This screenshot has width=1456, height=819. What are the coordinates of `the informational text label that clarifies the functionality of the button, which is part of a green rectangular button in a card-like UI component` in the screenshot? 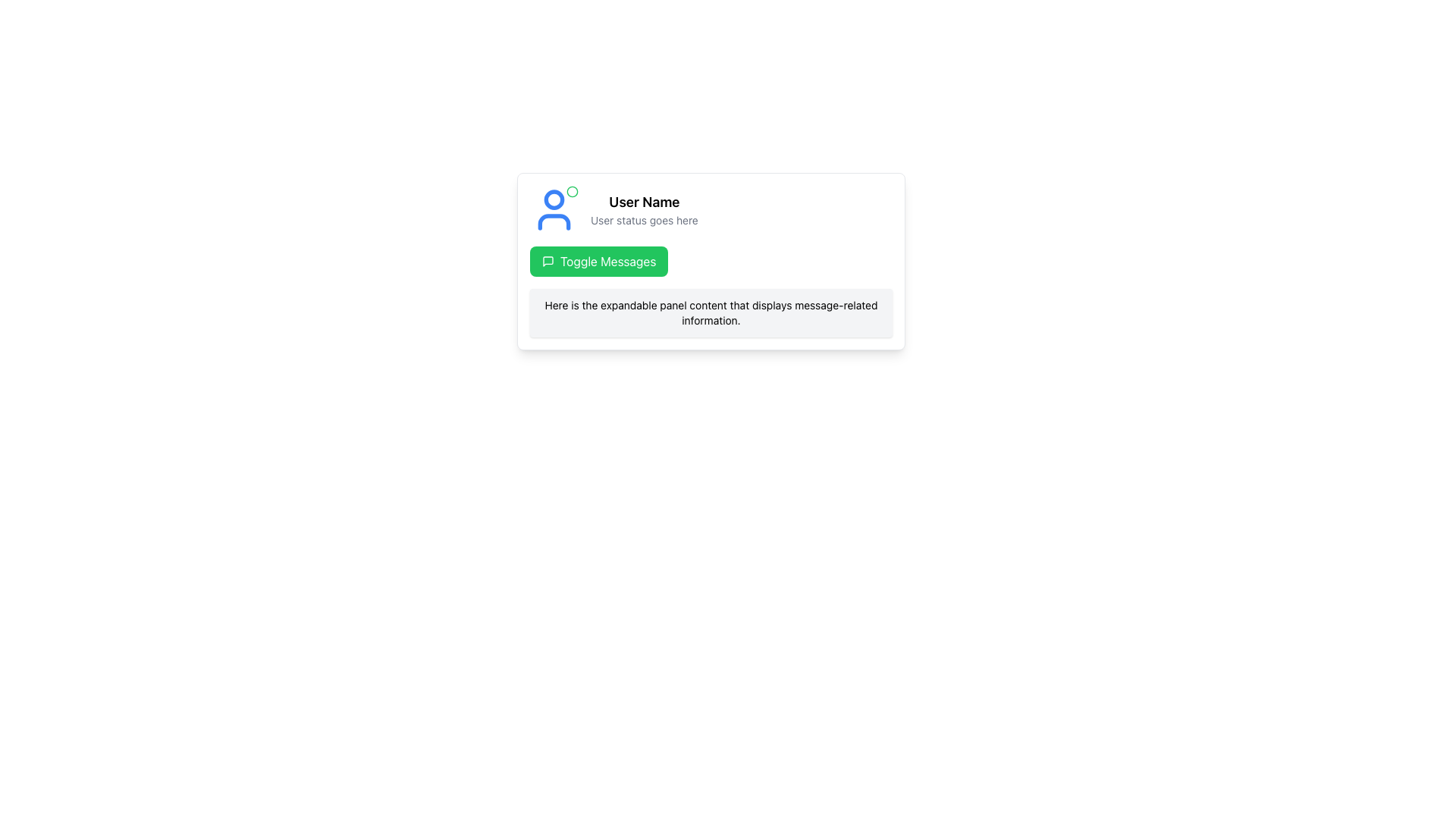 It's located at (608, 260).